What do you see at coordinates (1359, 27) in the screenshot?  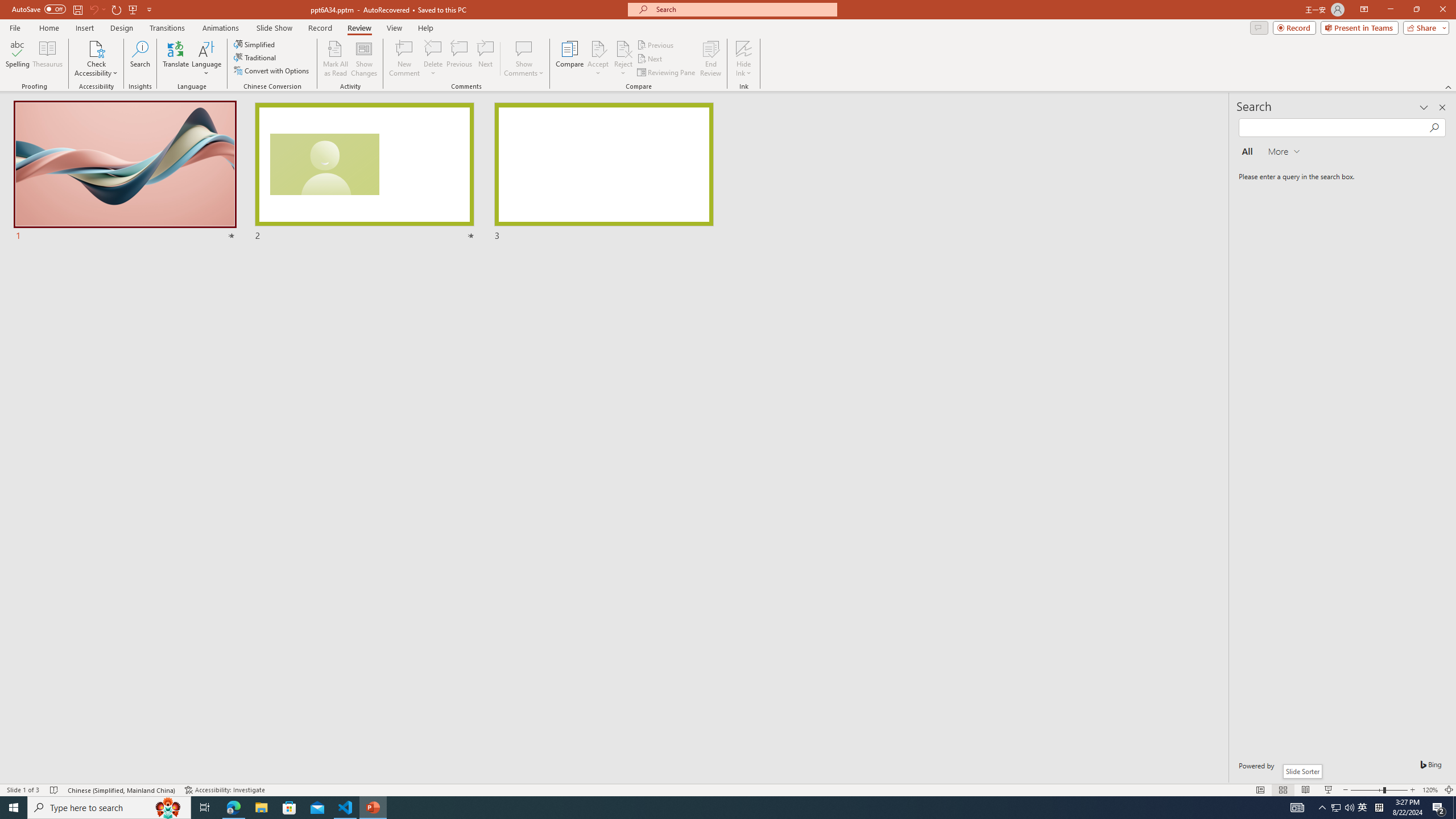 I see `'Present in Teams'` at bounding box center [1359, 27].